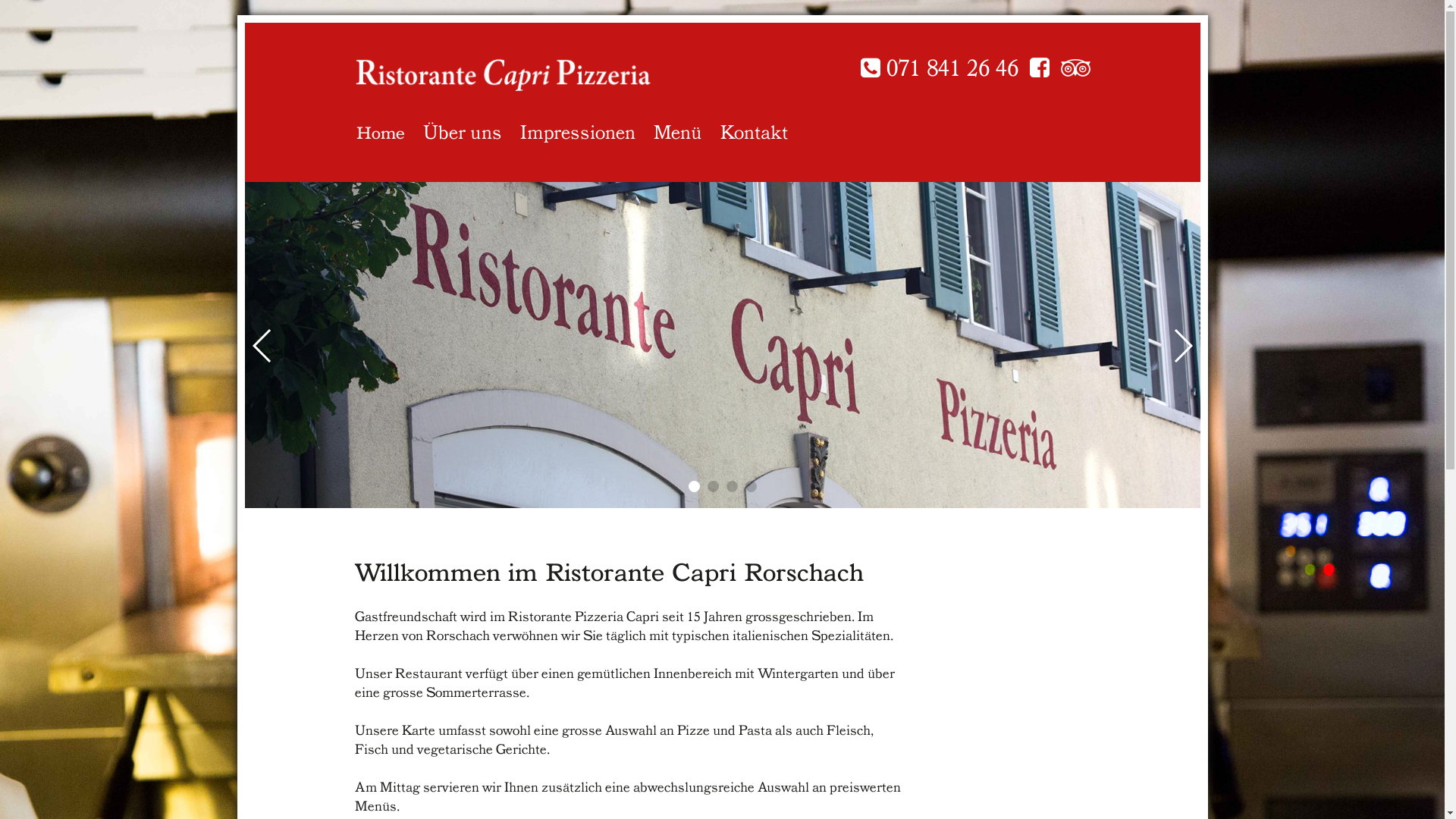 The height and width of the screenshot is (819, 1456). Describe the element at coordinates (754, 127) in the screenshot. I see `'Kontakt'` at that location.